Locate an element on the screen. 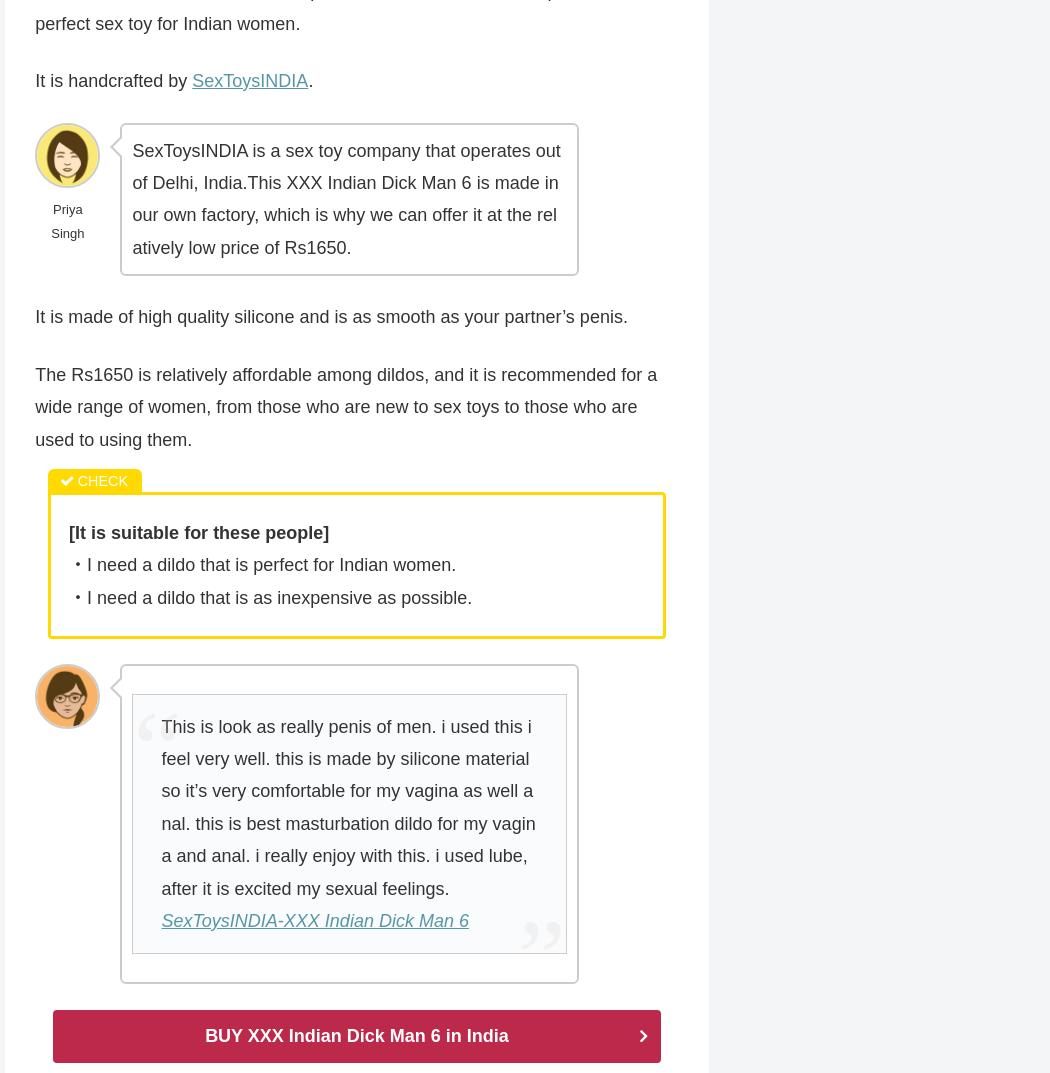 This screenshot has height=1073, width=1050. 'It is made of high quality silicone and is as smooth as your partner’s penis.' is located at coordinates (330, 319).